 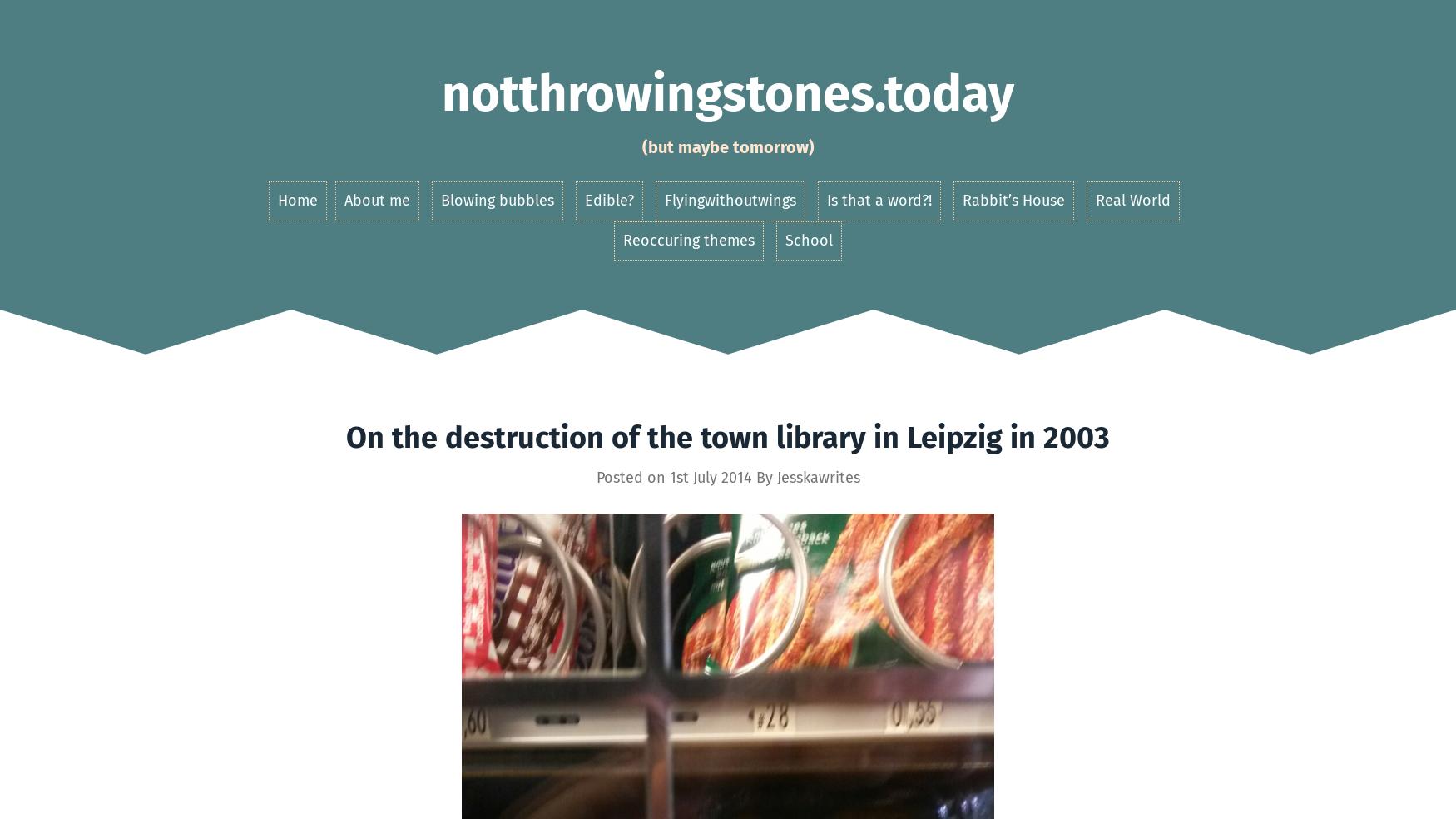 What do you see at coordinates (710, 475) in the screenshot?
I see `'1st July 2014'` at bounding box center [710, 475].